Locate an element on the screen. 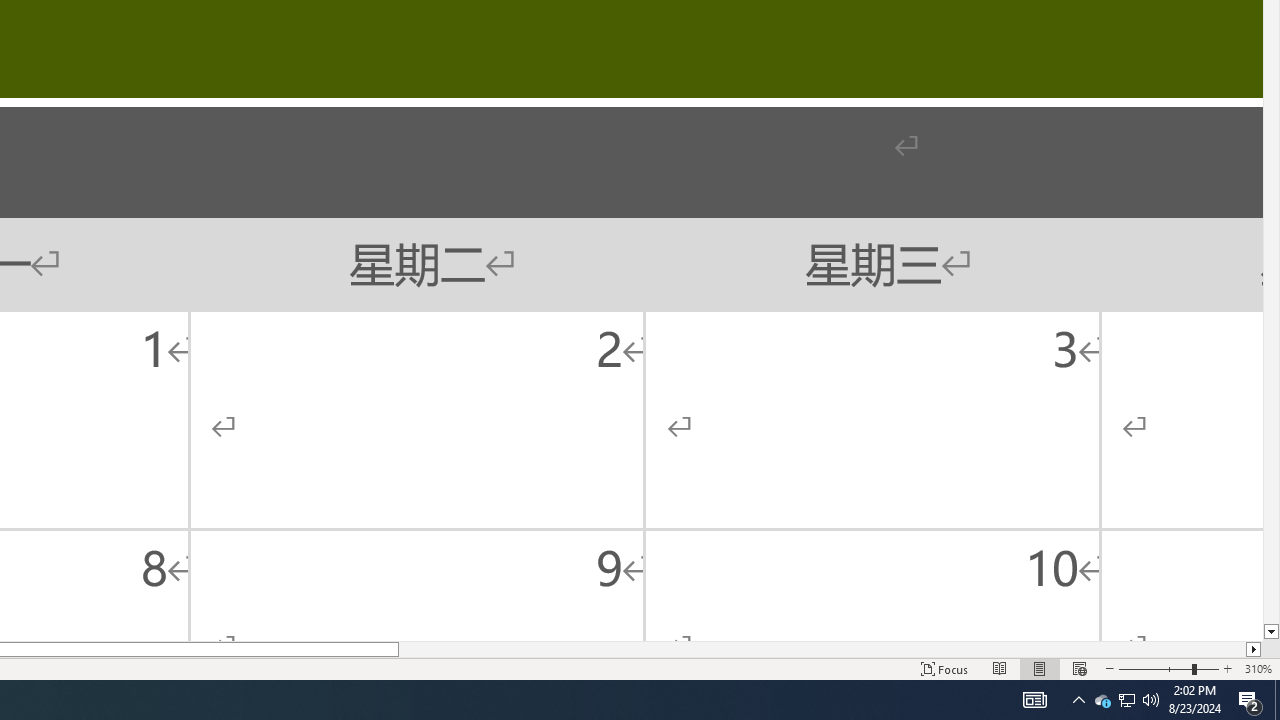 The height and width of the screenshot is (720, 1280). 'Focus ' is located at coordinates (943, 669).